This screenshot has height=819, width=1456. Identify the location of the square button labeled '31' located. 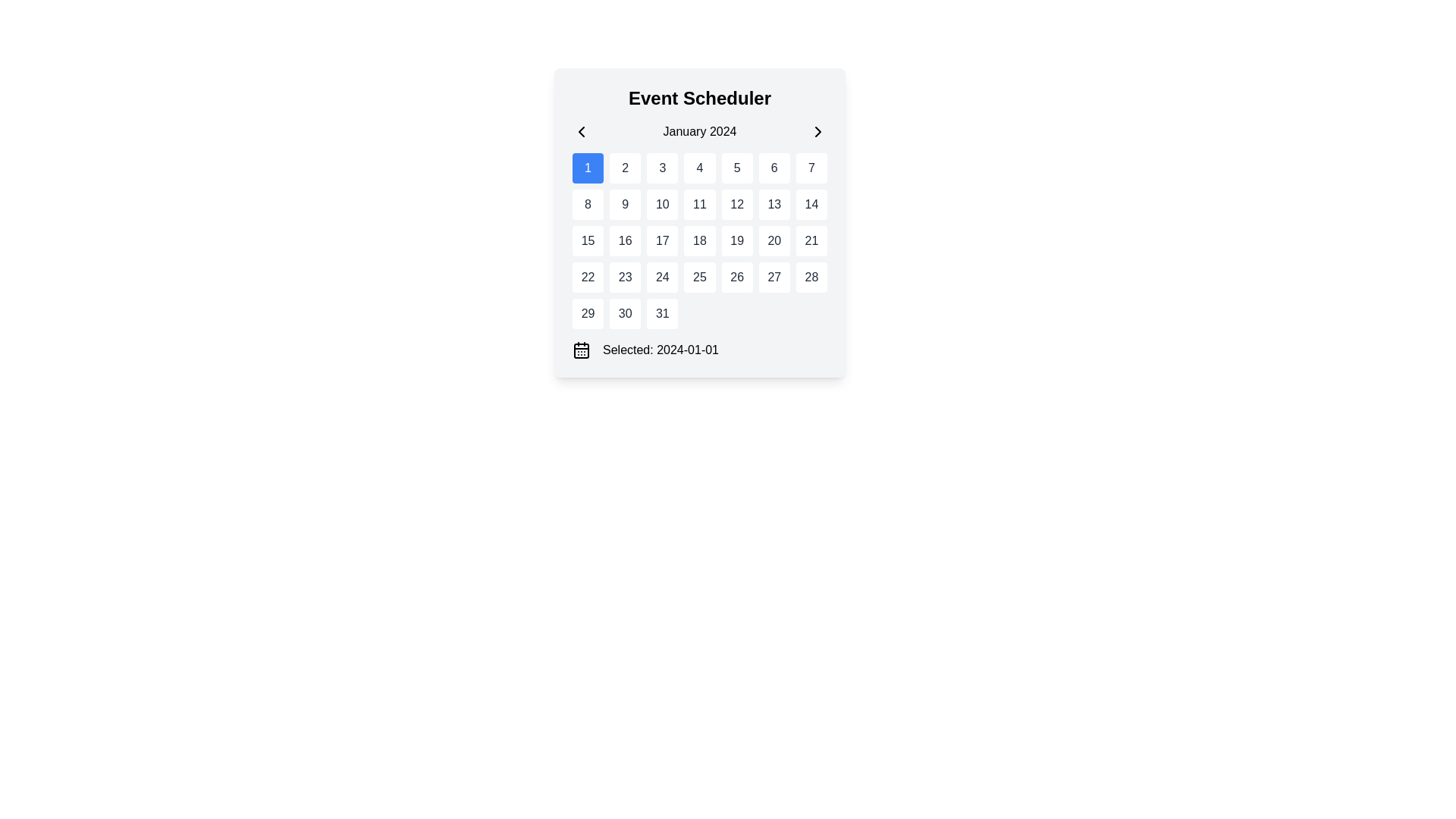
(662, 312).